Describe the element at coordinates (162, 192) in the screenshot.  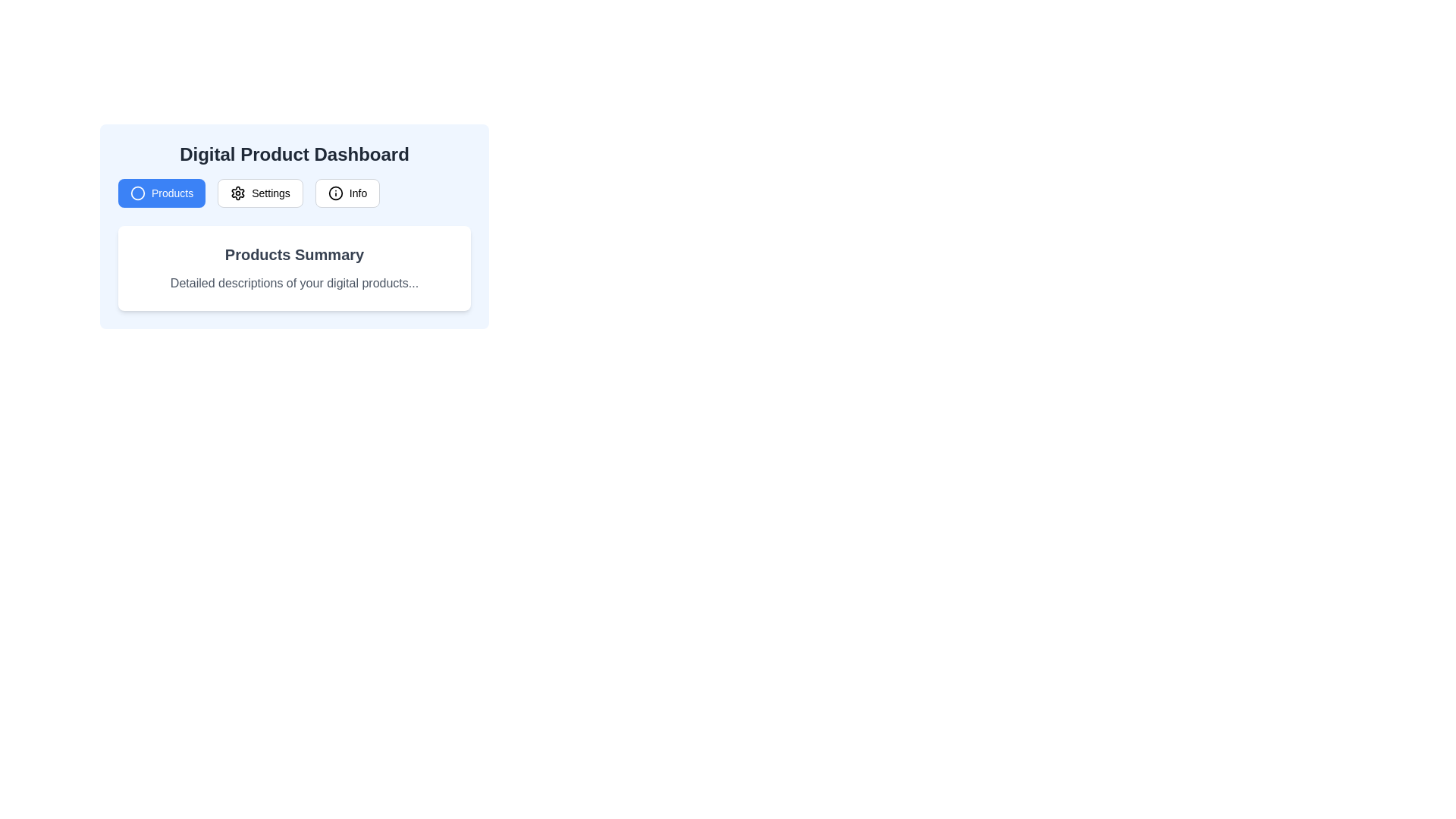
I see `the 'Products' button located under the 'Digital Product Dashboard'` at that location.